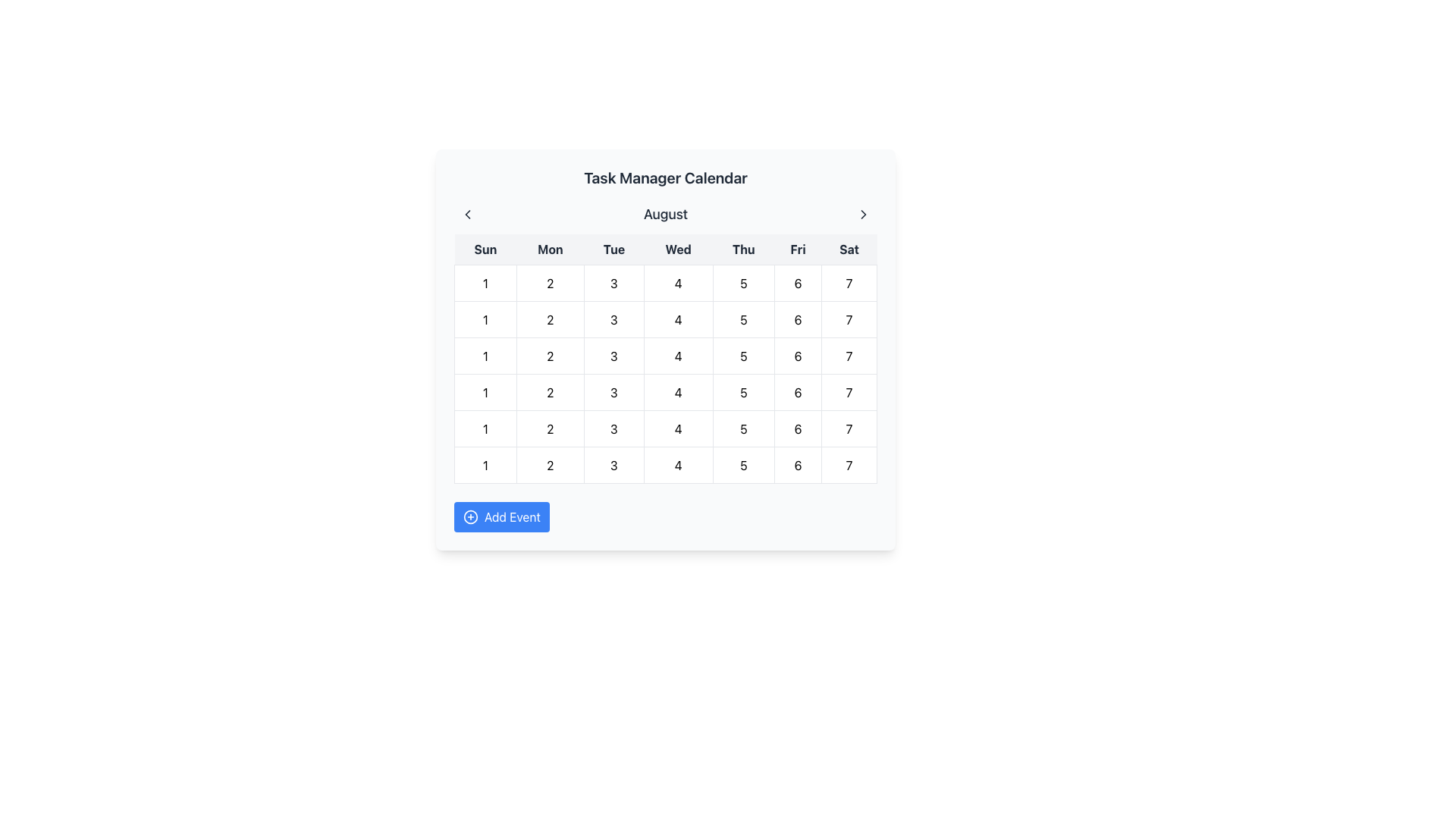 The width and height of the screenshot is (1456, 819). Describe the element at coordinates (848, 464) in the screenshot. I see `the date selection button marked '7' located at the bottom-right corner of the calendar grid under the 'Saturday' column` at that location.